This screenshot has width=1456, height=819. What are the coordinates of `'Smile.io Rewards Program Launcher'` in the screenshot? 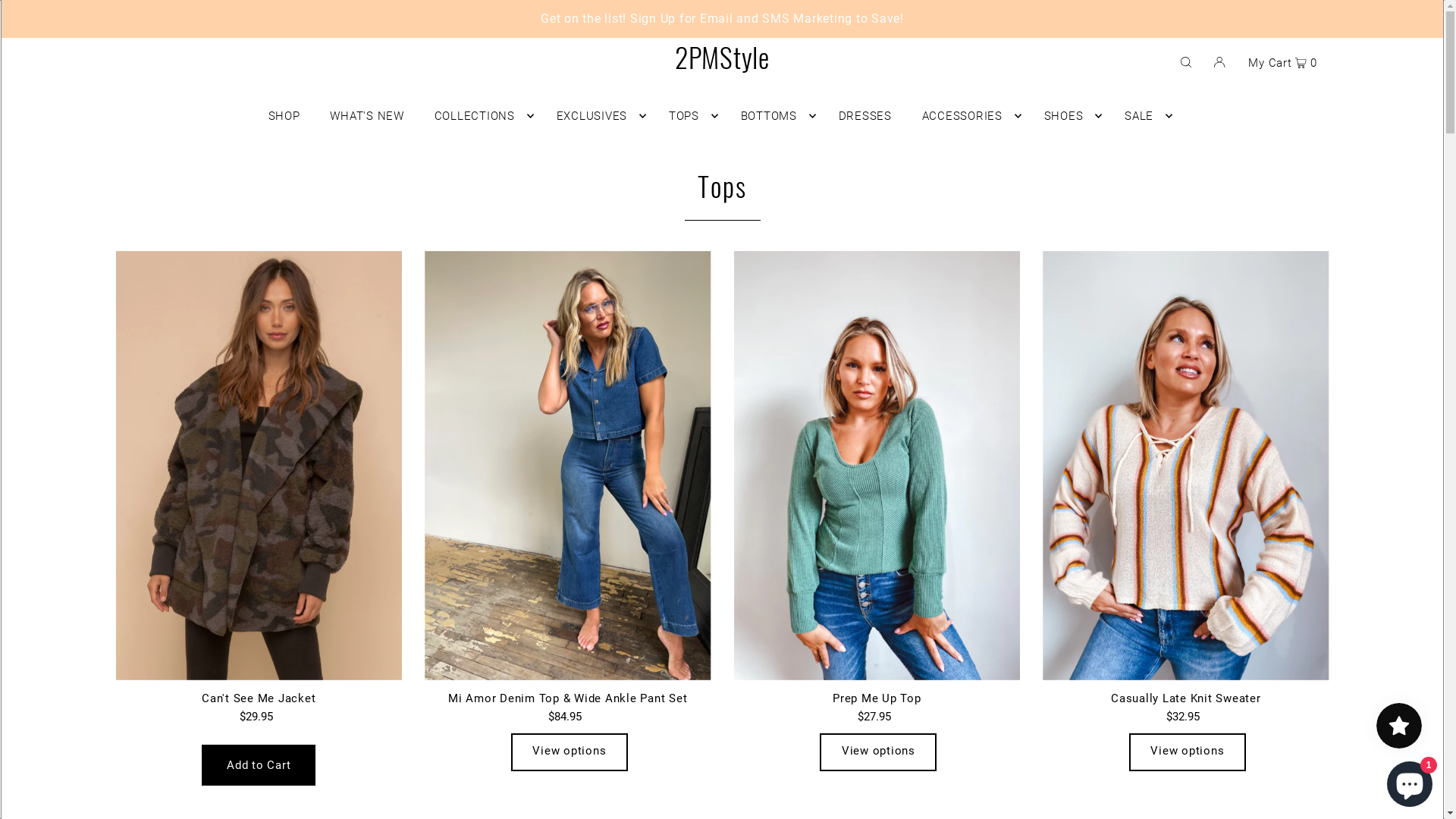 It's located at (1398, 724).